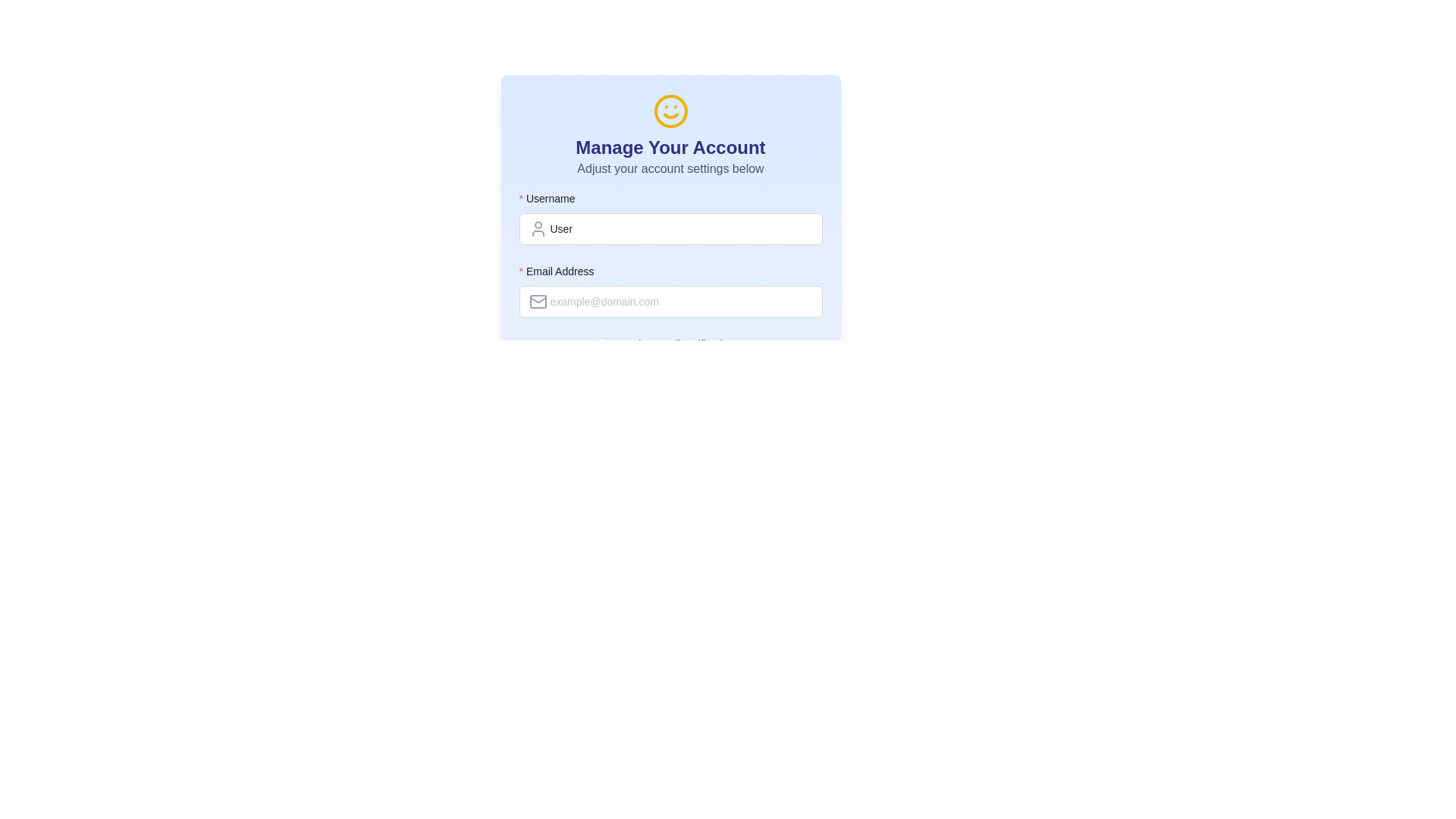 The width and height of the screenshot is (1456, 819). I want to click on the static text label that describes the email input field located just above it in the form layout, so click(560, 271).